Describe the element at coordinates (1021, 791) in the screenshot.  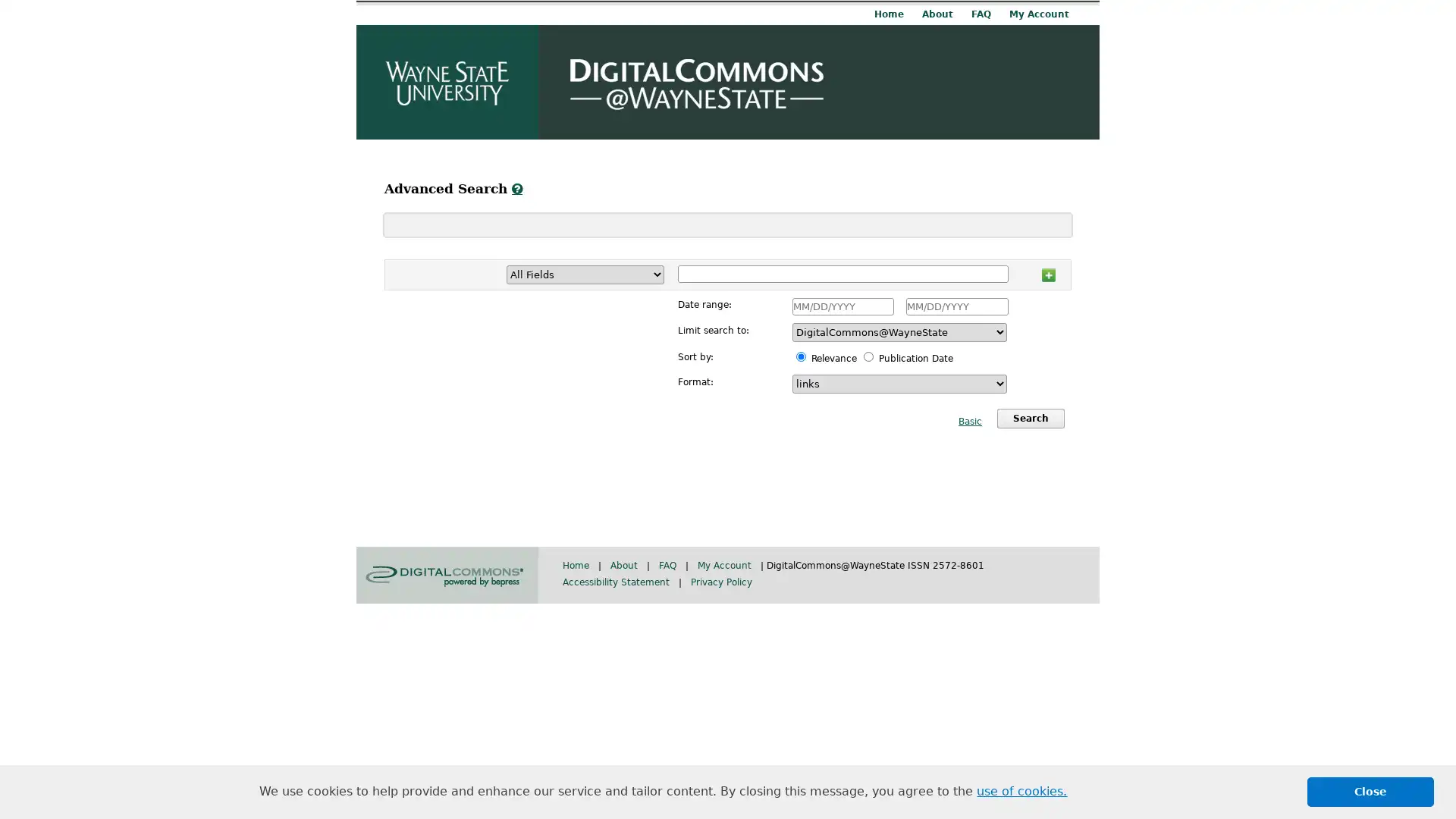
I see `learn more about cookies` at that location.